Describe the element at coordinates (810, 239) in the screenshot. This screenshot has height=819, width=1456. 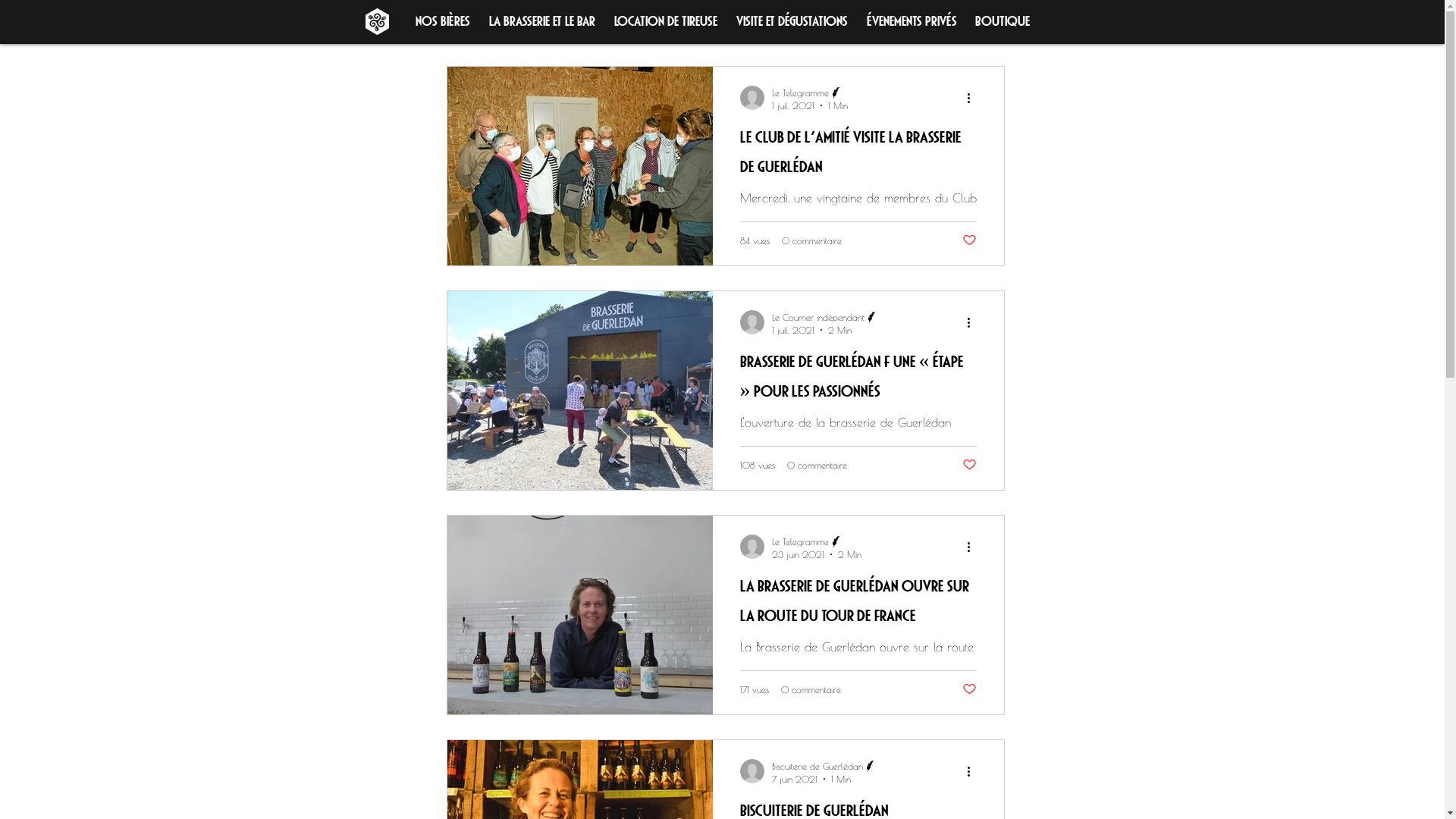
I see `'0 commentaire'` at that location.